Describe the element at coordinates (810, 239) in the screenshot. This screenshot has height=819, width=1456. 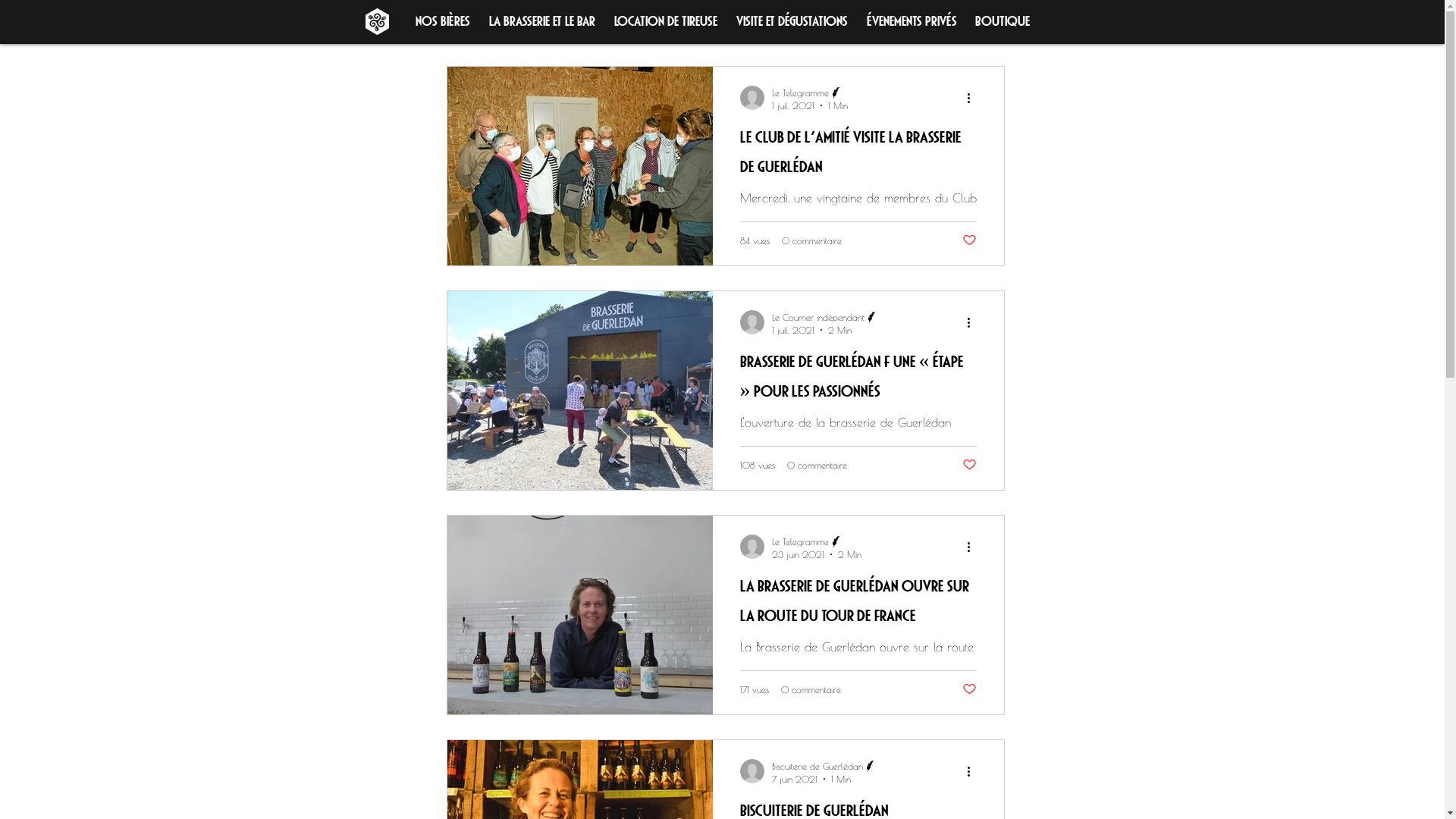
I see `'0 commentaire'` at that location.